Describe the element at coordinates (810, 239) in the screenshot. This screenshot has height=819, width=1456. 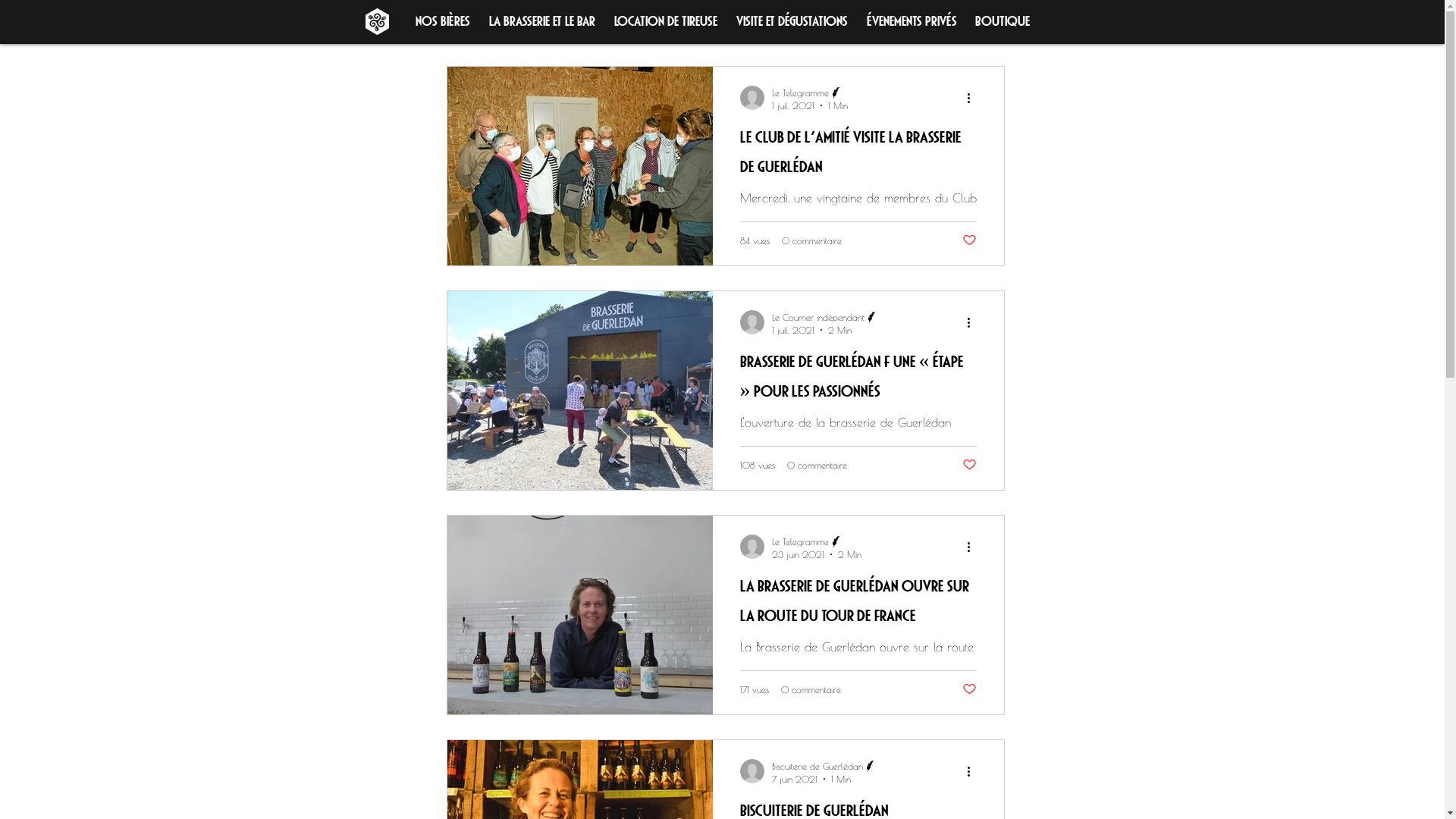
I see `'0 commentaire'` at that location.